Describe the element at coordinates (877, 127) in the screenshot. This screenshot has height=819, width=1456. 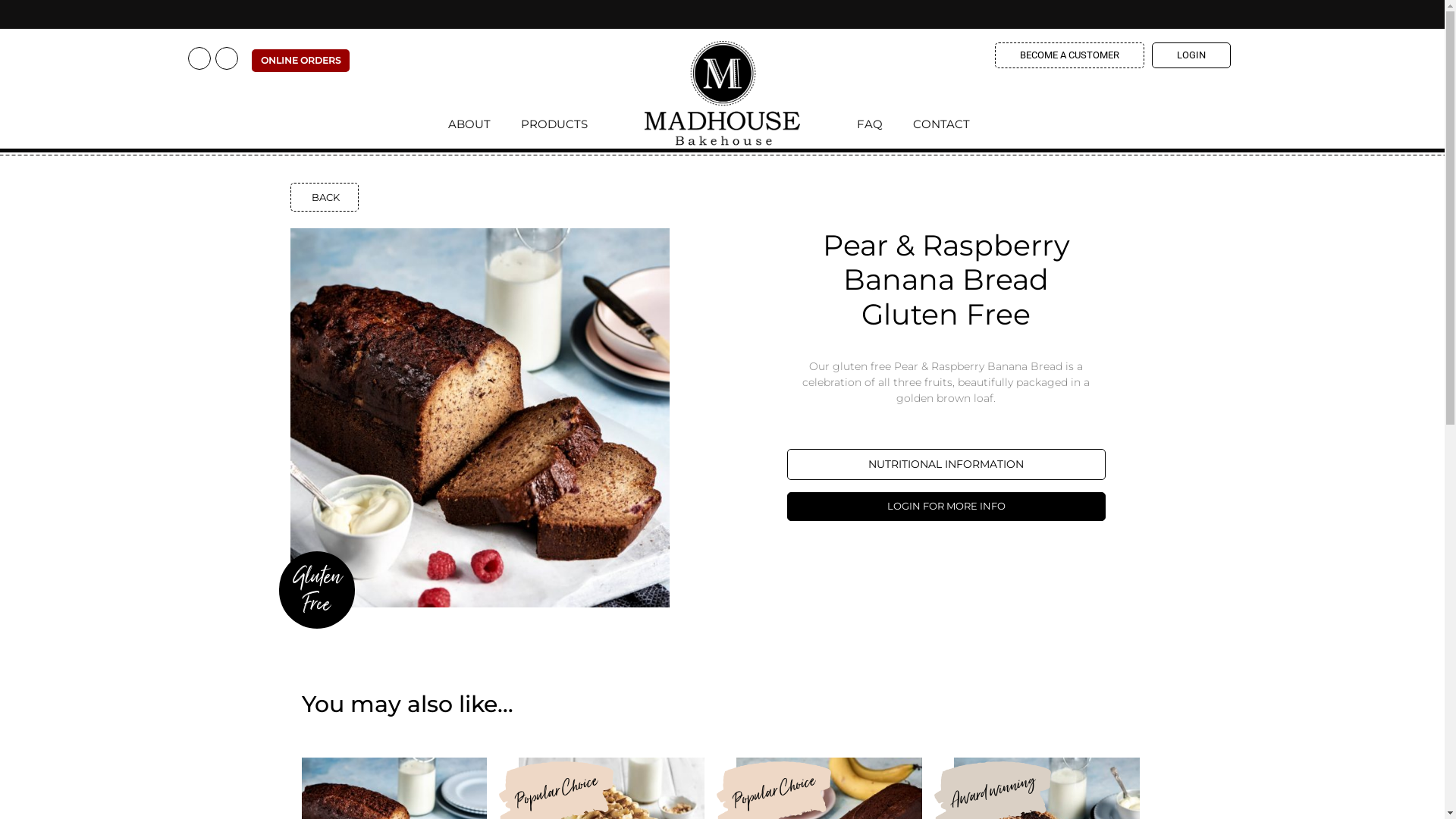
I see `'FAQ'` at that location.